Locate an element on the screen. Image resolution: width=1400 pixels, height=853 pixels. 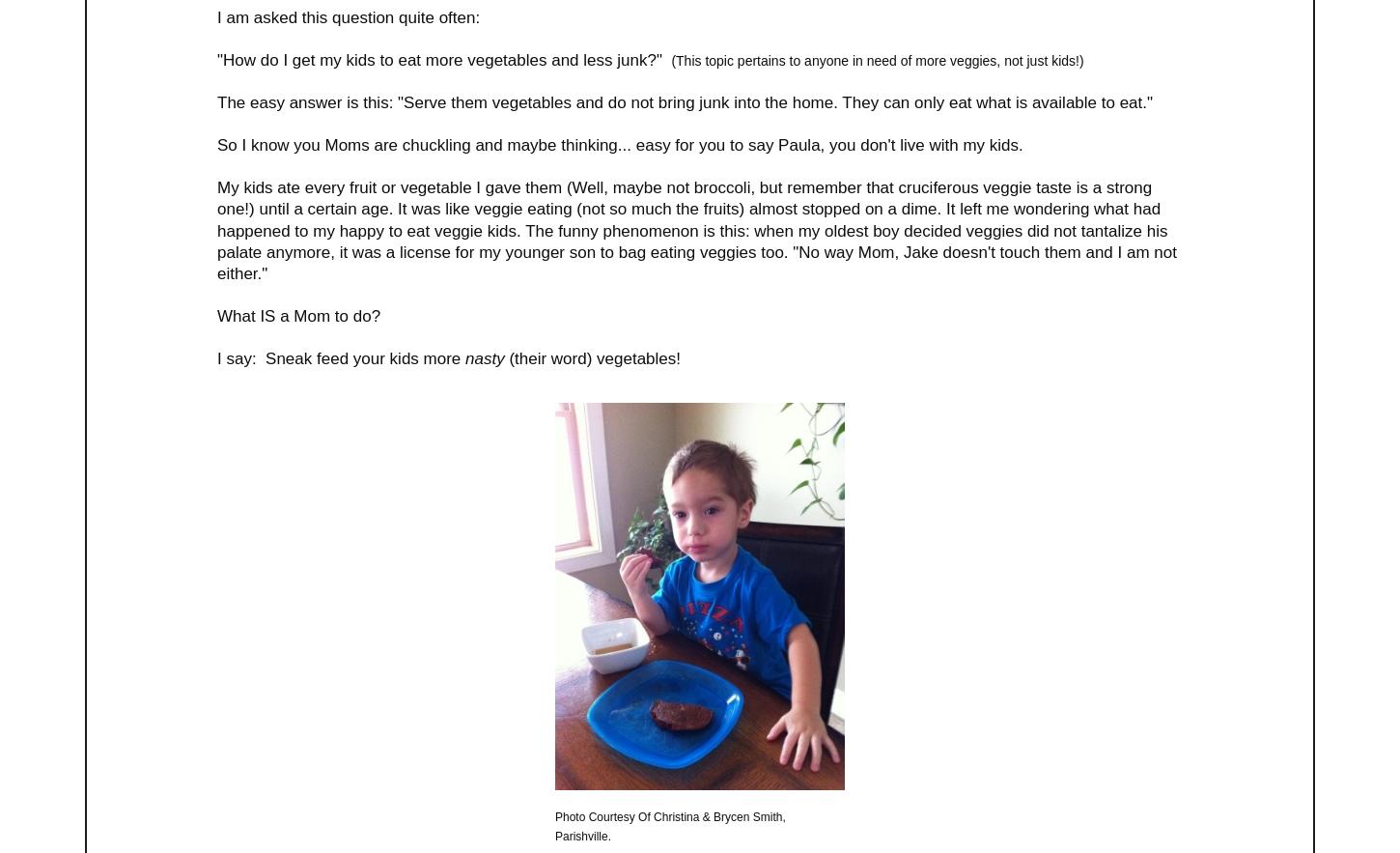
'(their word) vegetables!' is located at coordinates (591, 358).